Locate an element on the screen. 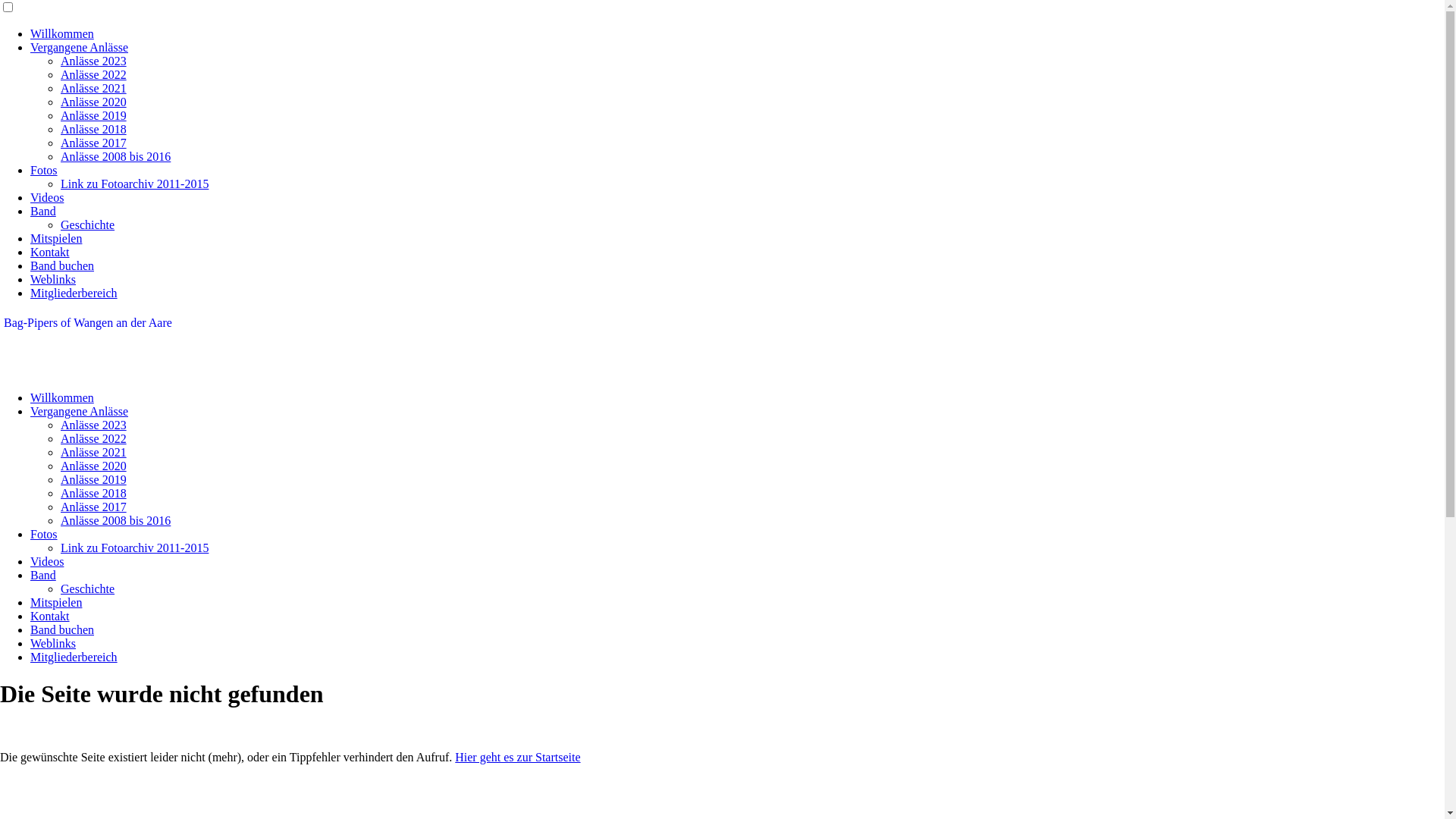  'Mitgliederbereich' is located at coordinates (73, 293).